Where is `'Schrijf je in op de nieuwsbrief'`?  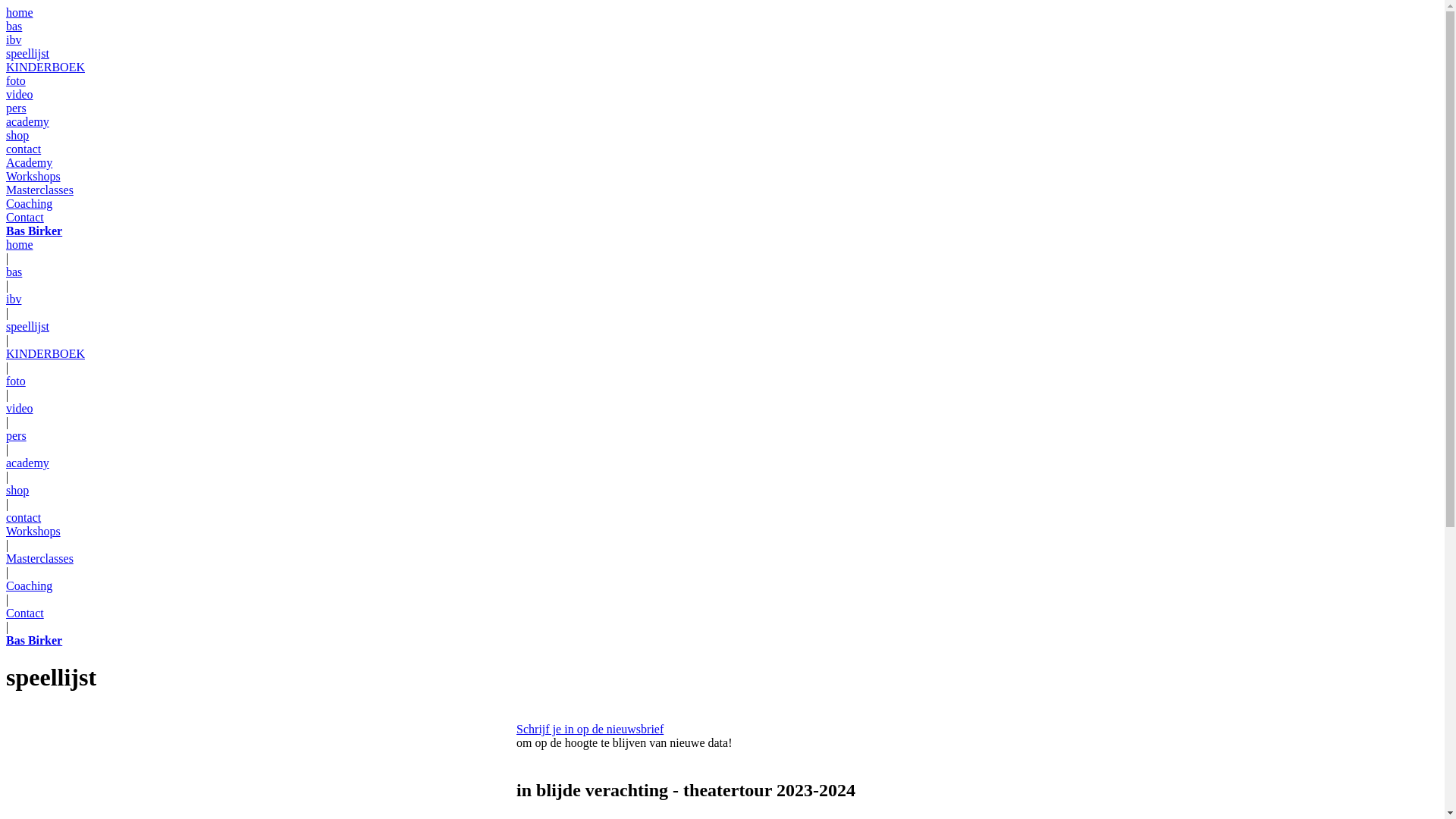
'Schrijf je in op de nieuwsbrief' is located at coordinates (588, 728).